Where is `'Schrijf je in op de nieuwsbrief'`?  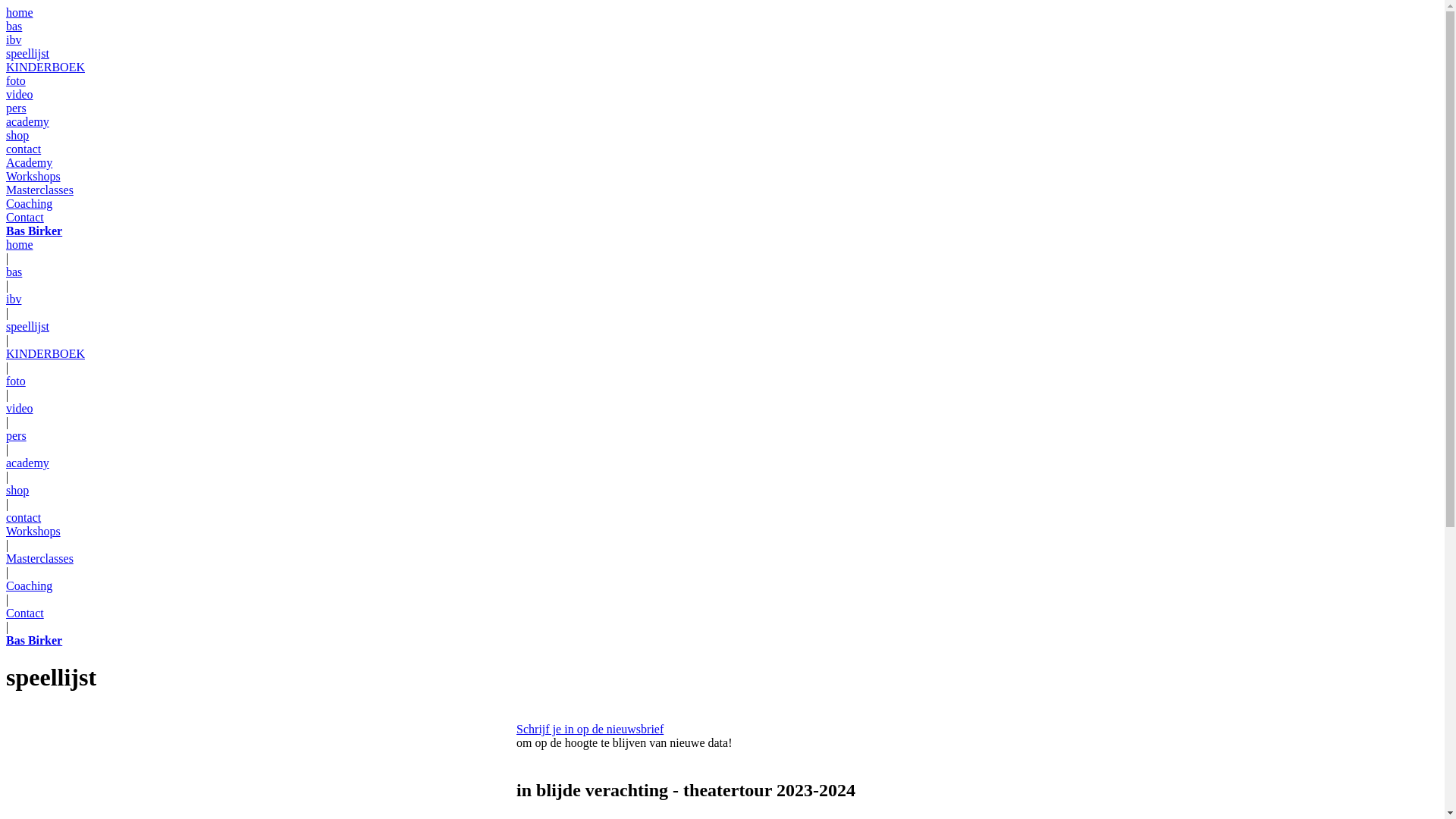
'Schrijf je in op de nieuwsbrief' is located at coordinates (588, 728).